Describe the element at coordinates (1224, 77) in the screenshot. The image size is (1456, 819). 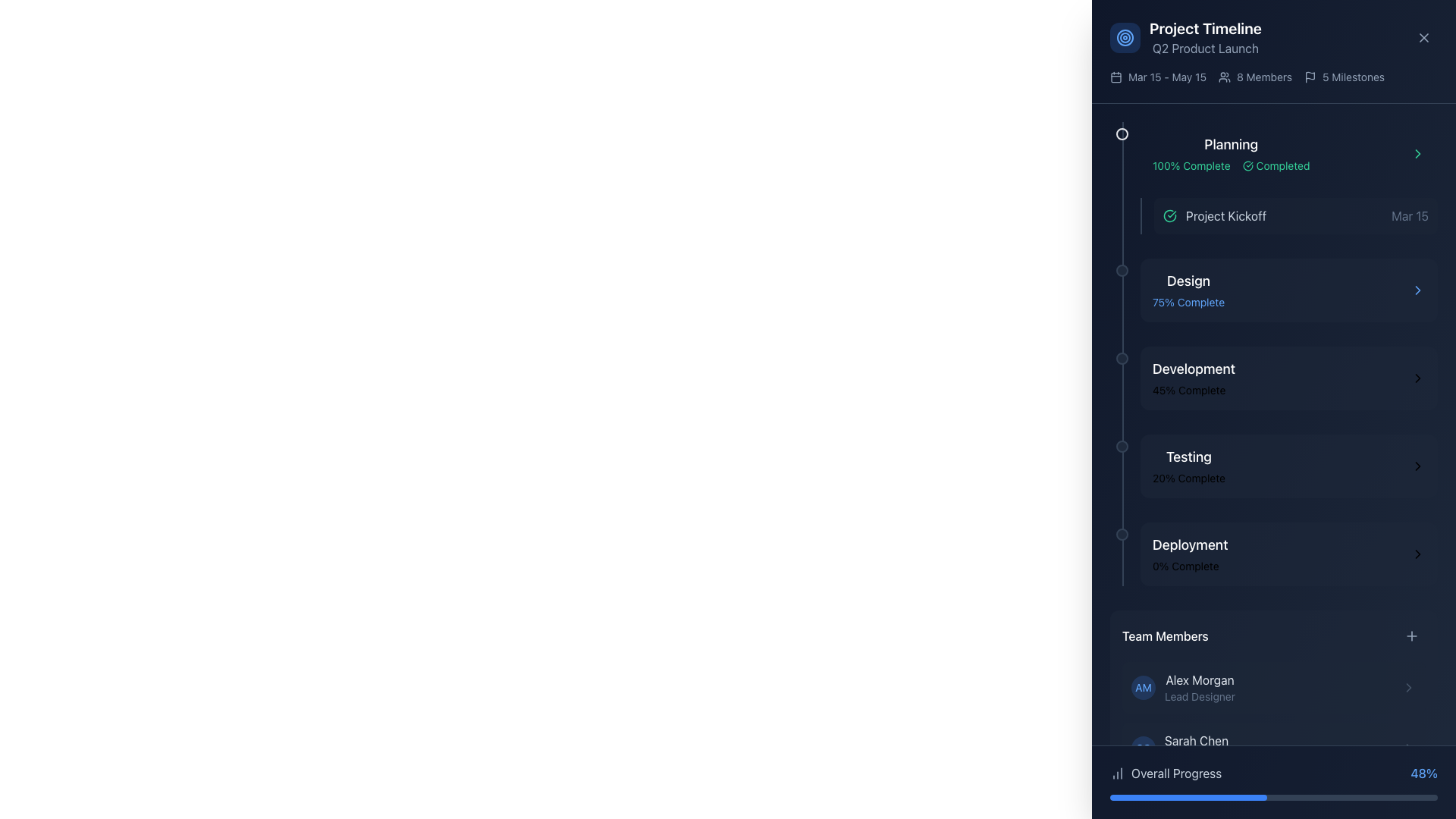
I see `the group of people icon located in the header section, adjacent to the '8 Members' text` at that location.